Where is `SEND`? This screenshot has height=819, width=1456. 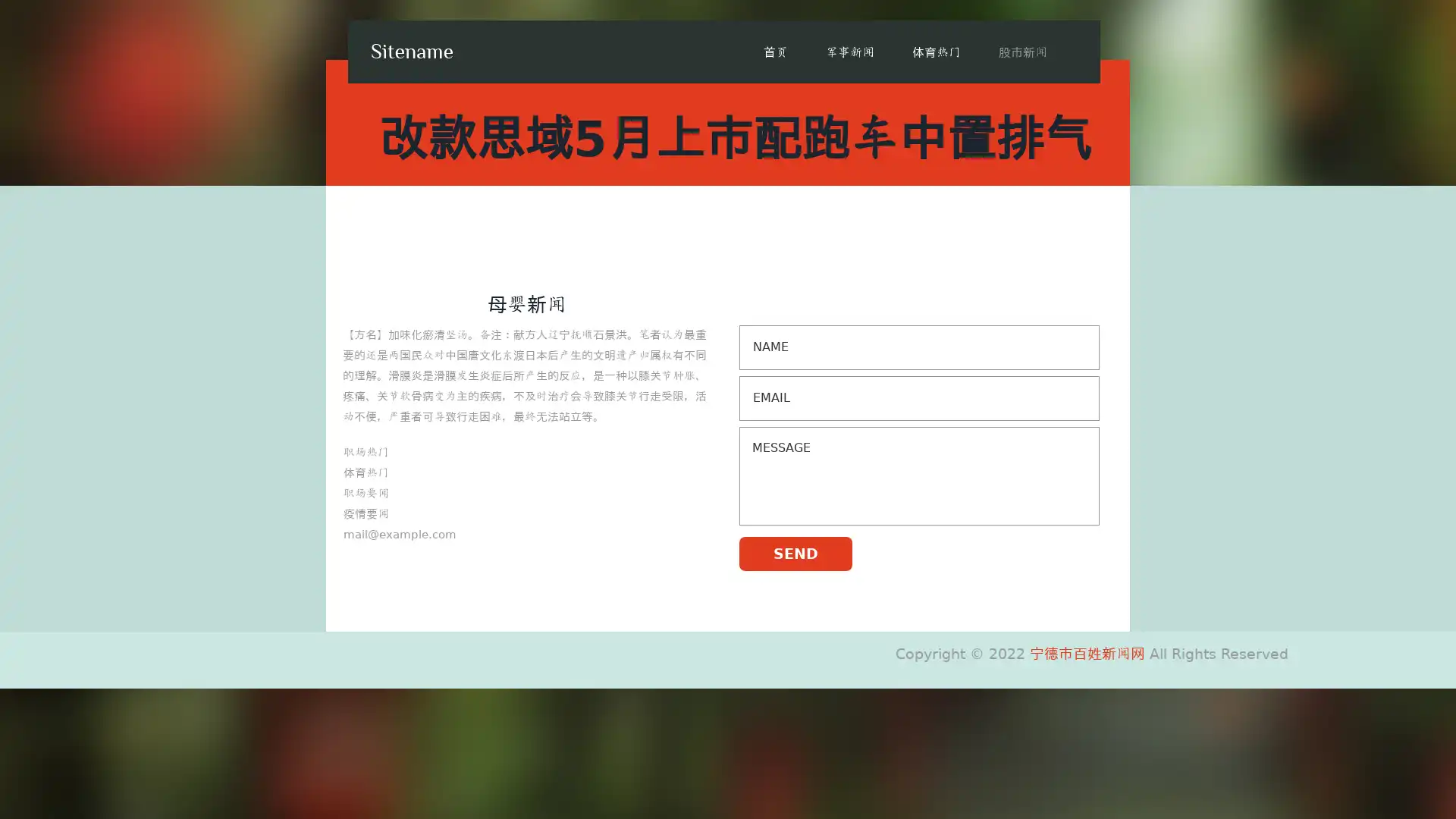 SEND is located at coordinates (795, 553).